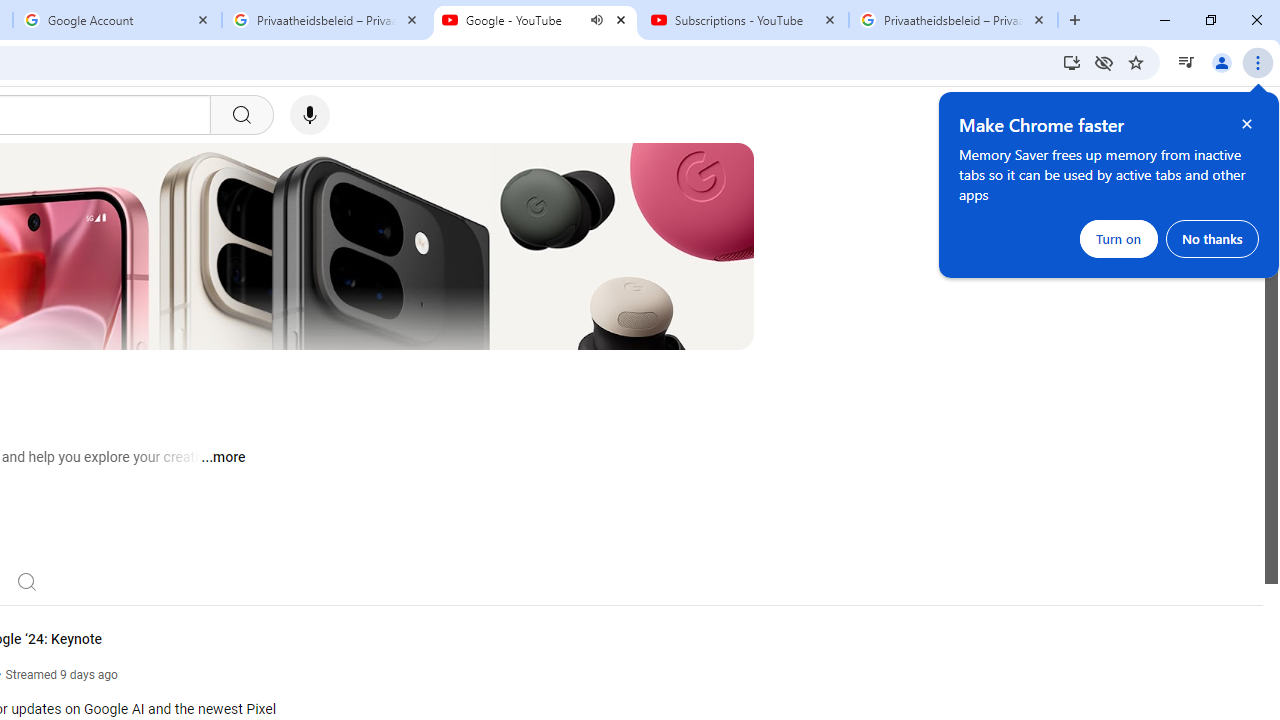  What do you see at coordinates (535, 20) in the screenshot?
I see `'Google - YouTube - Audio playing'` at bounding box center [535, 20].